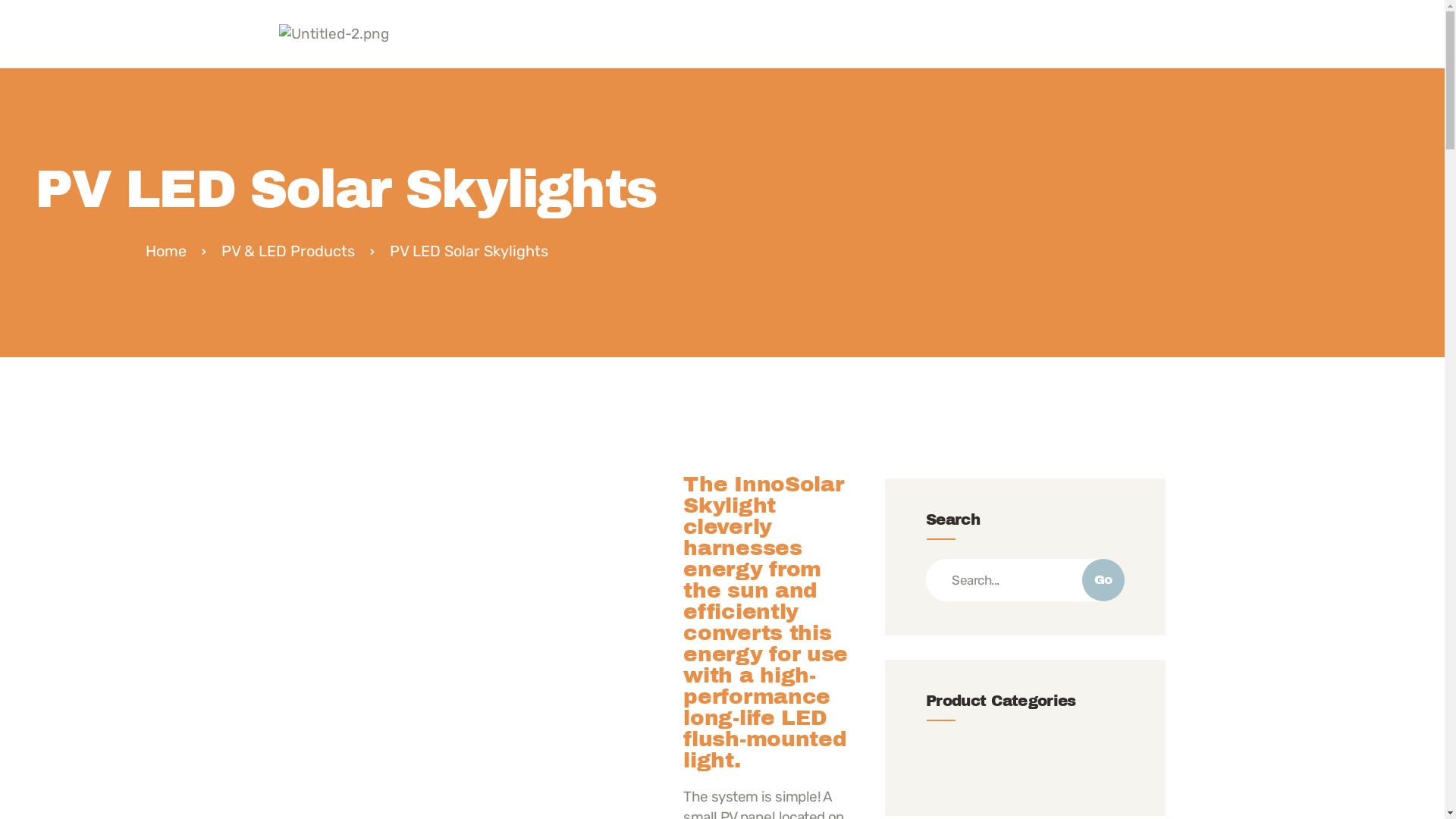  I want to click on 'PV & LED Products', so click(287, 250).